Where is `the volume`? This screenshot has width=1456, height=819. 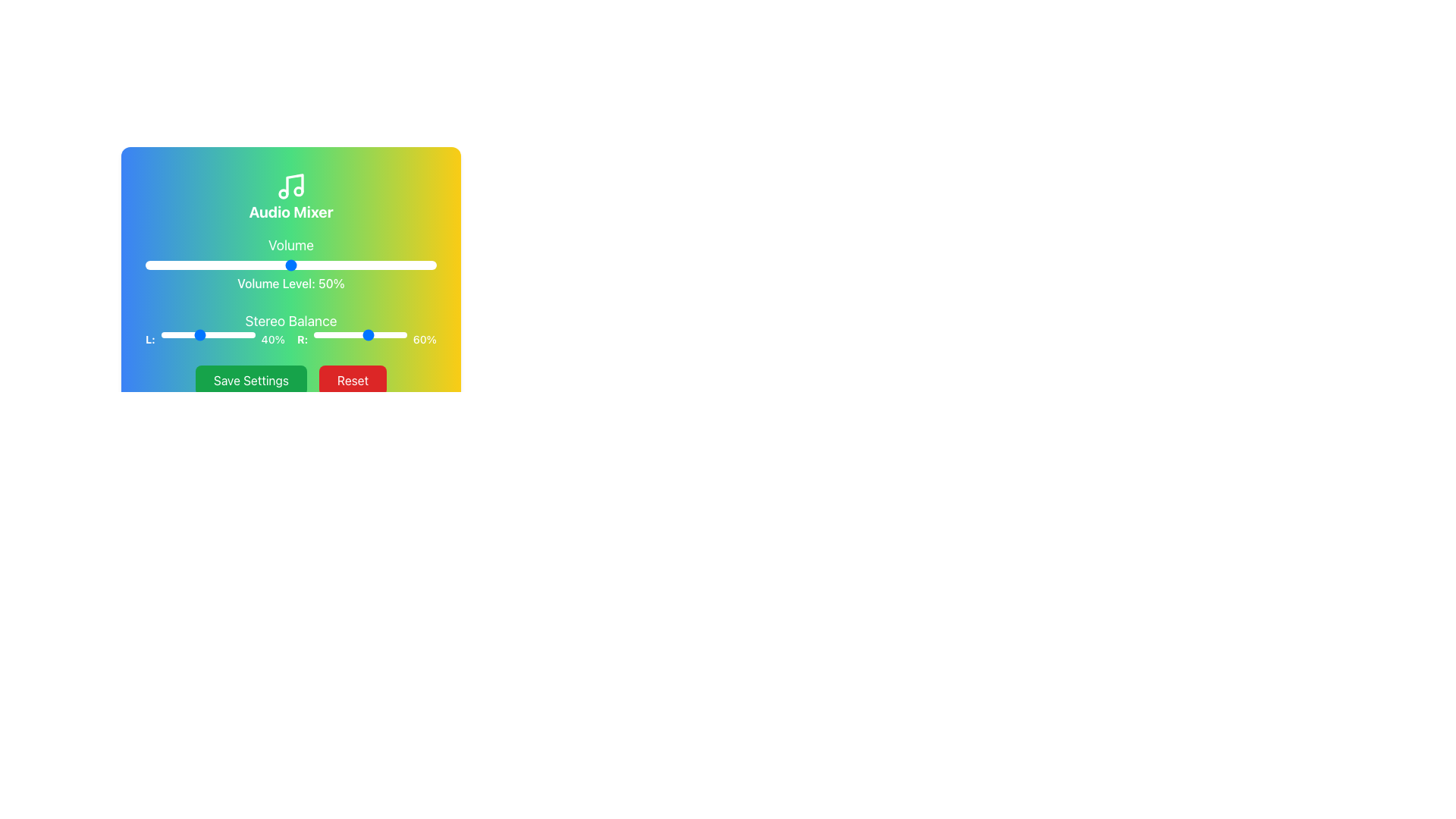
the volume is located at coordinates (425, 265).